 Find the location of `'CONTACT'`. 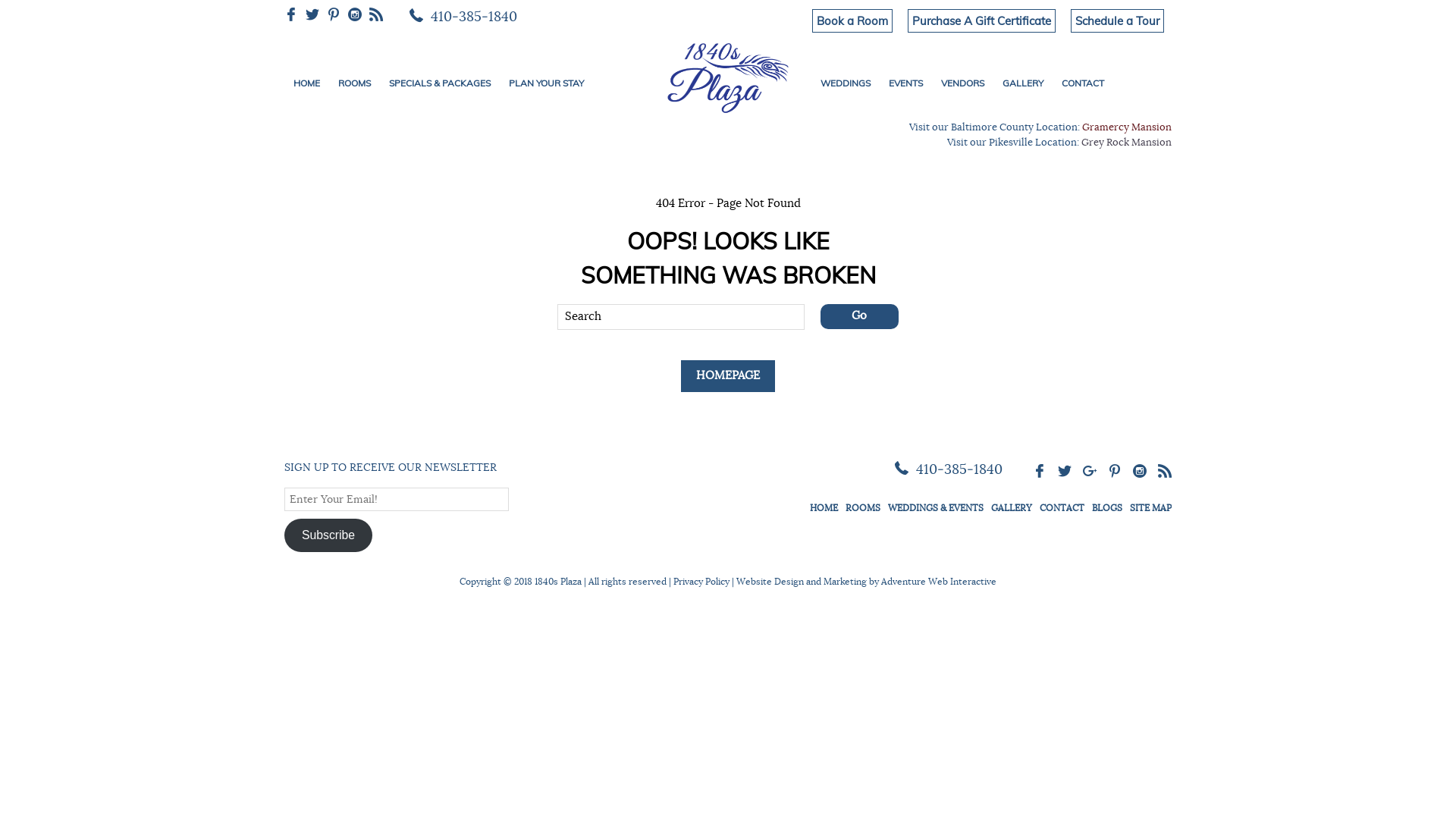

'CONTACT' is located at coordinates (1081, 83).